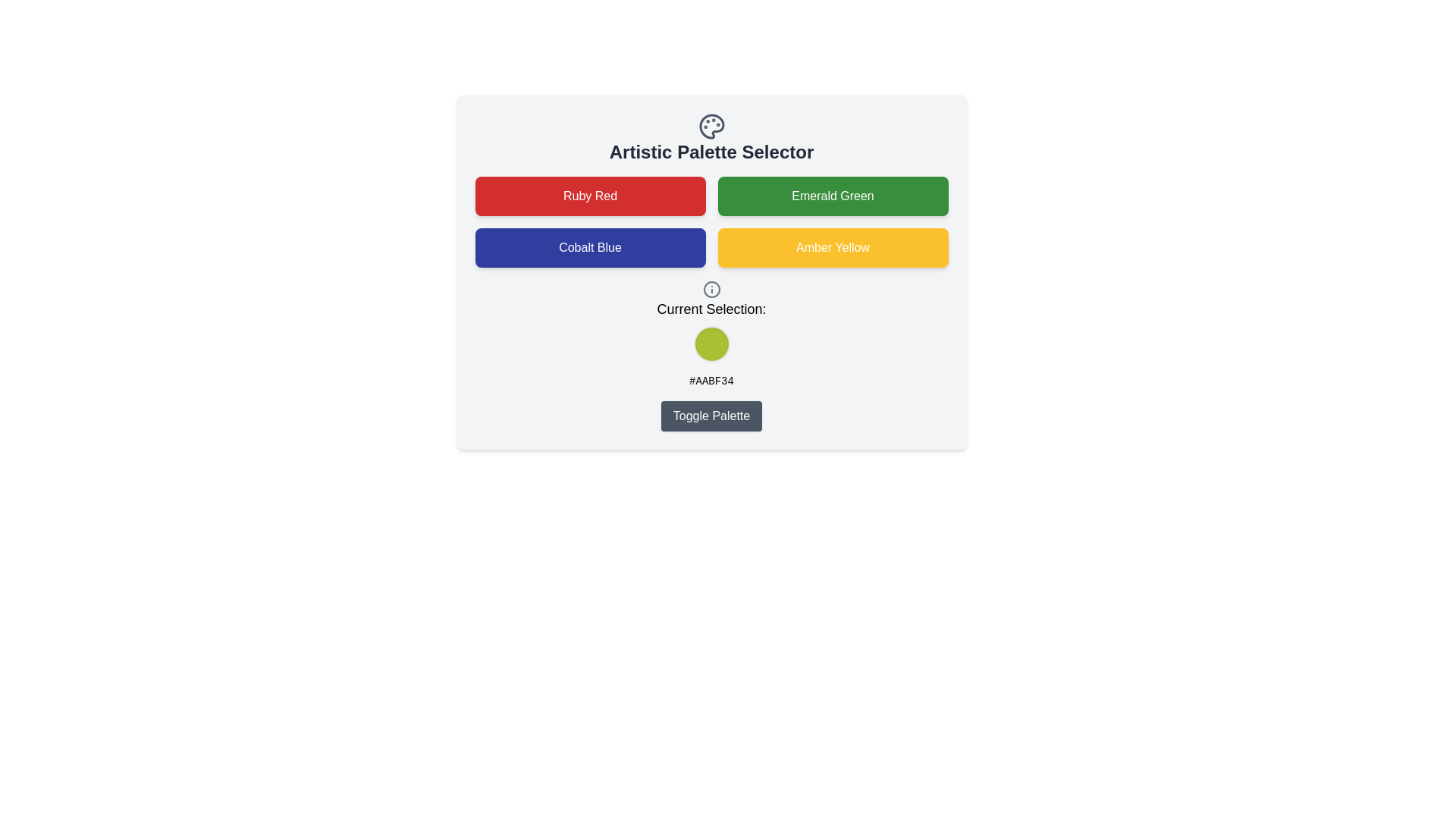 The height and width of the screenshot is (819, 1456). I want to click on the color display and interaction section at the bottom half of the 'Artistic Palette Selector' card, so click(711, 355).